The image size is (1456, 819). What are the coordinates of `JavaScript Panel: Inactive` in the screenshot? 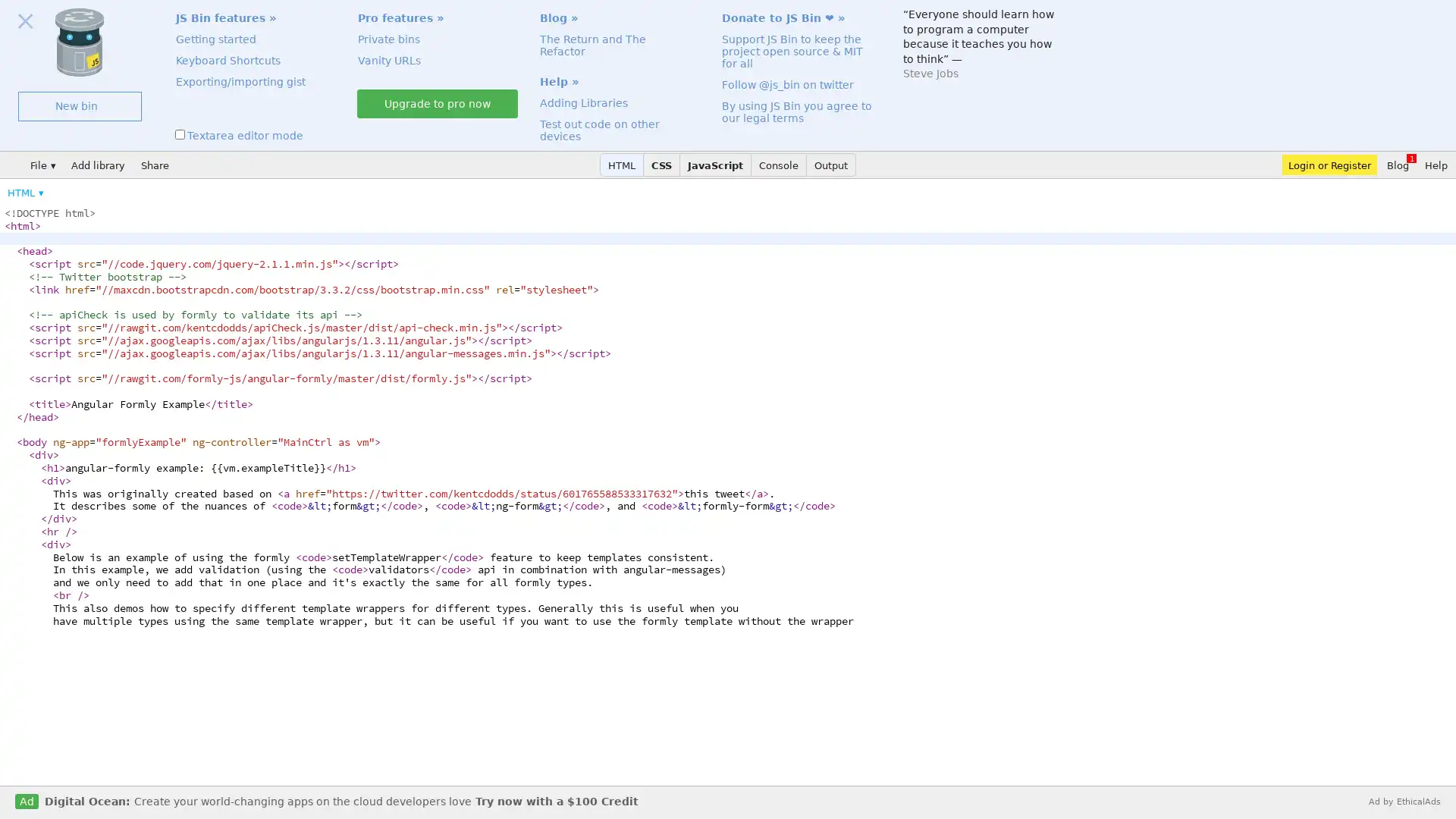 It's located at (715, 165).